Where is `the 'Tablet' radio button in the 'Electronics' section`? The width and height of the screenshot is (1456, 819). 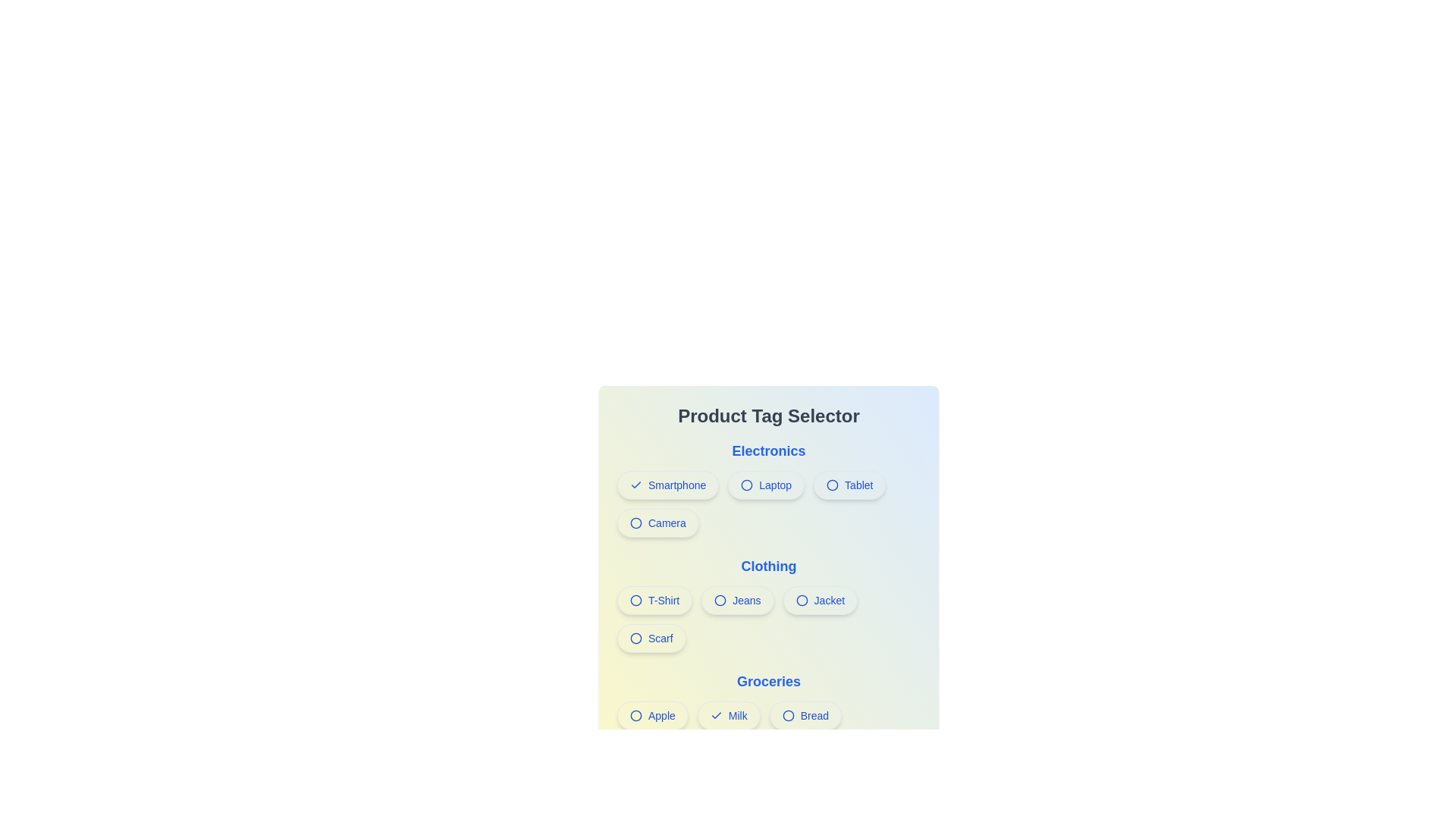
the 'Tablet' radio button in the 'Electronics' section is located at coordinates (832, 485).